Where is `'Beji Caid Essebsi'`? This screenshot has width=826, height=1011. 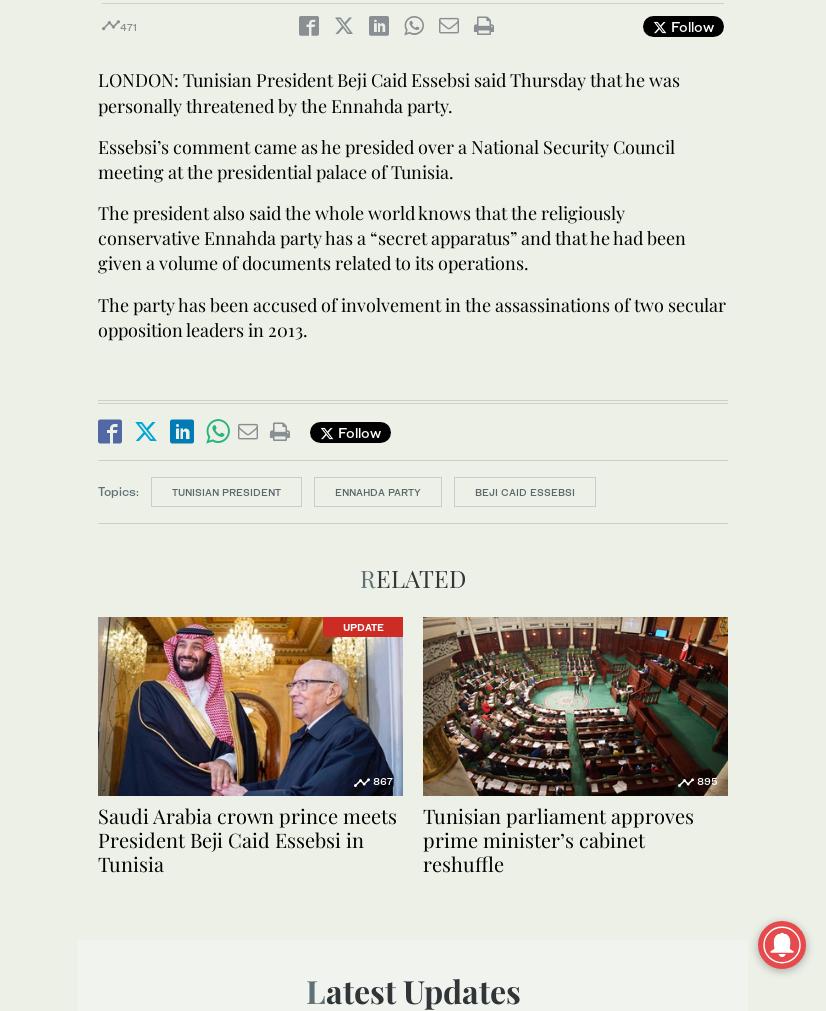
'Beji Caid Essebsi' is located at coordinates (524, 490).